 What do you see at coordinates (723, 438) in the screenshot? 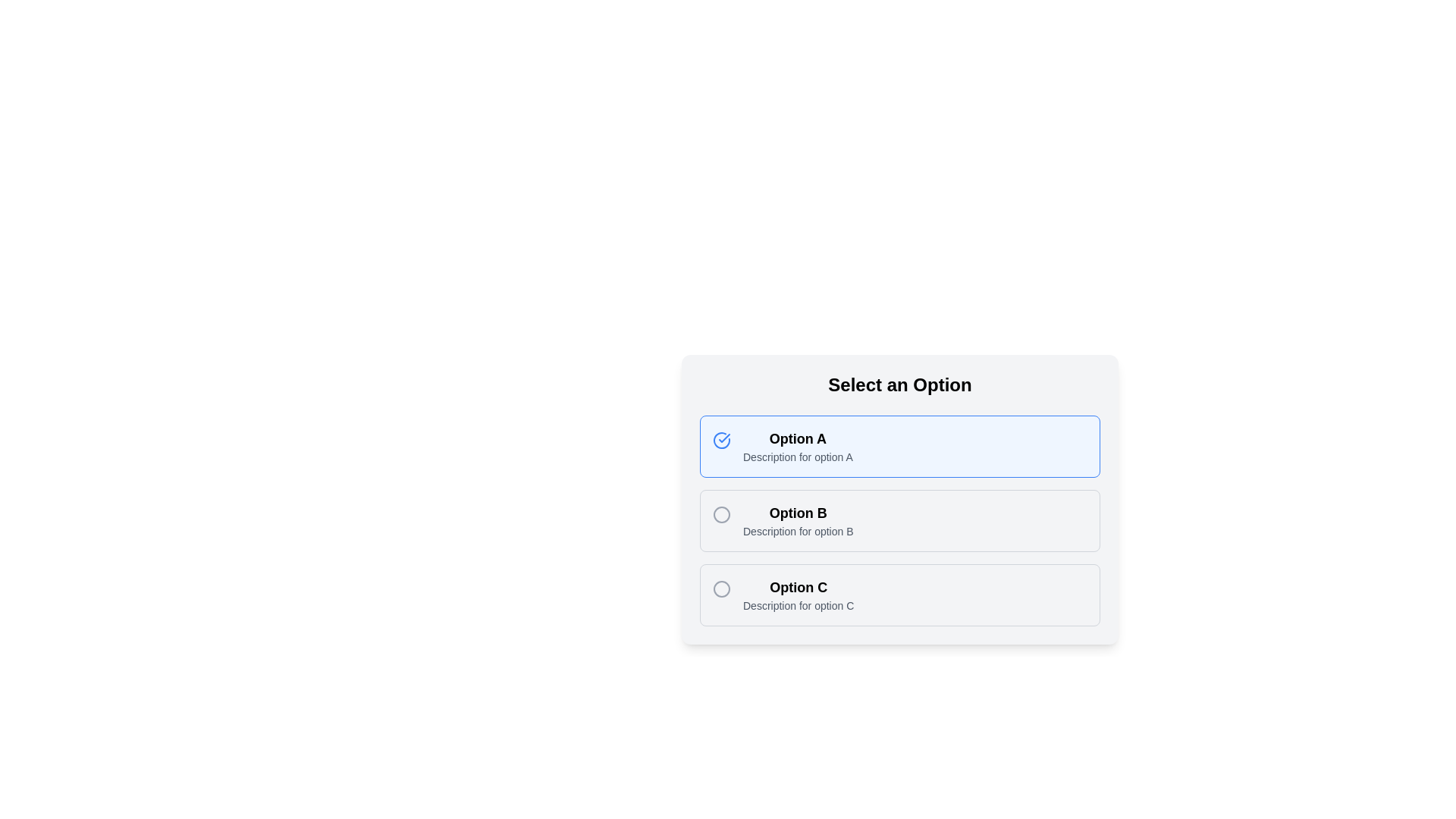
I see `the SVG checkmark icon that signifies the selection of 'Option A' in the multiple-choice list titled 'Select an Option'` at bounding box center [723, 438].